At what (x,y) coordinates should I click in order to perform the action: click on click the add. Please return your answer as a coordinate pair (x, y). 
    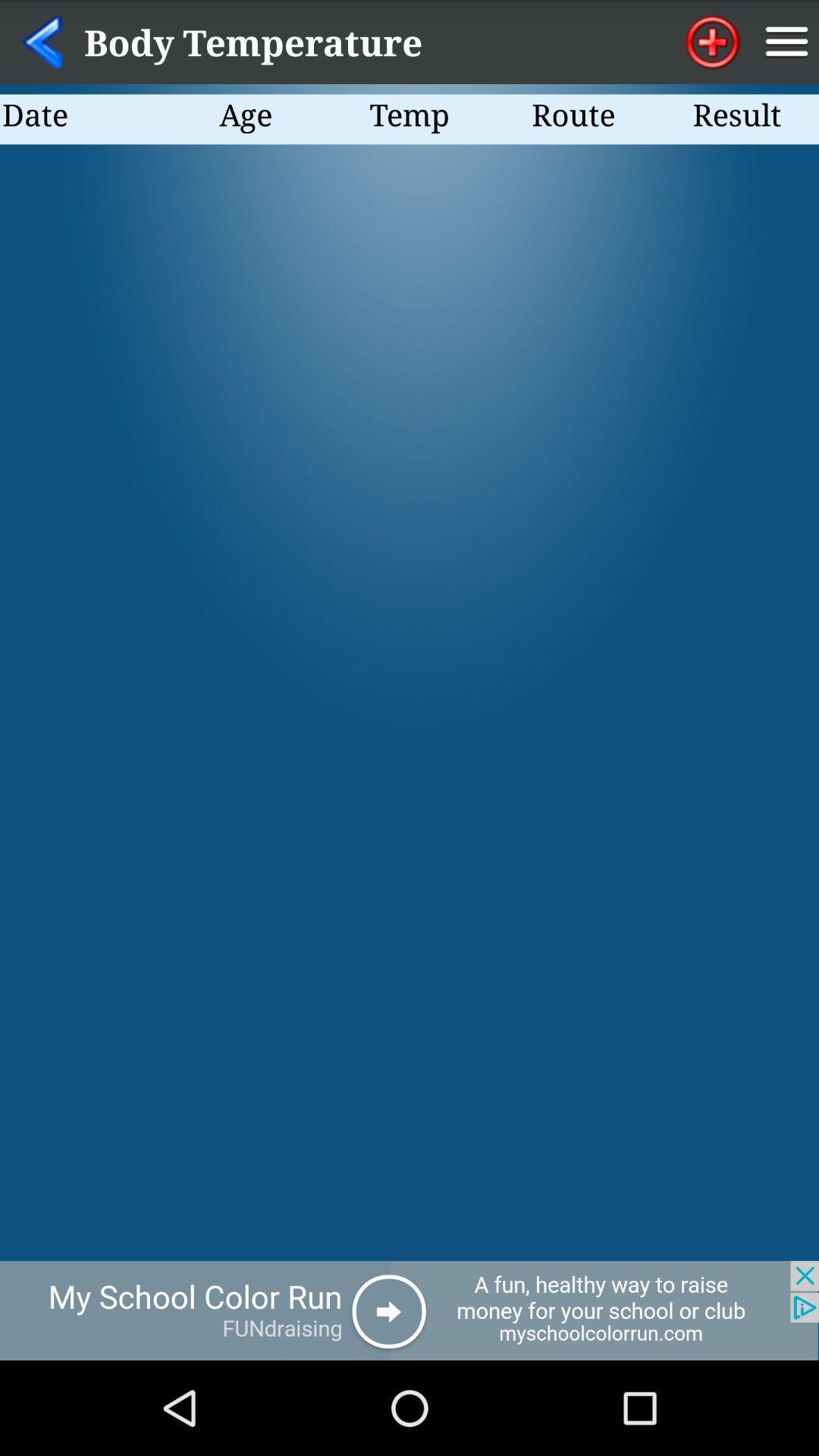
    Looking at the image, I should click on (409, 1310).